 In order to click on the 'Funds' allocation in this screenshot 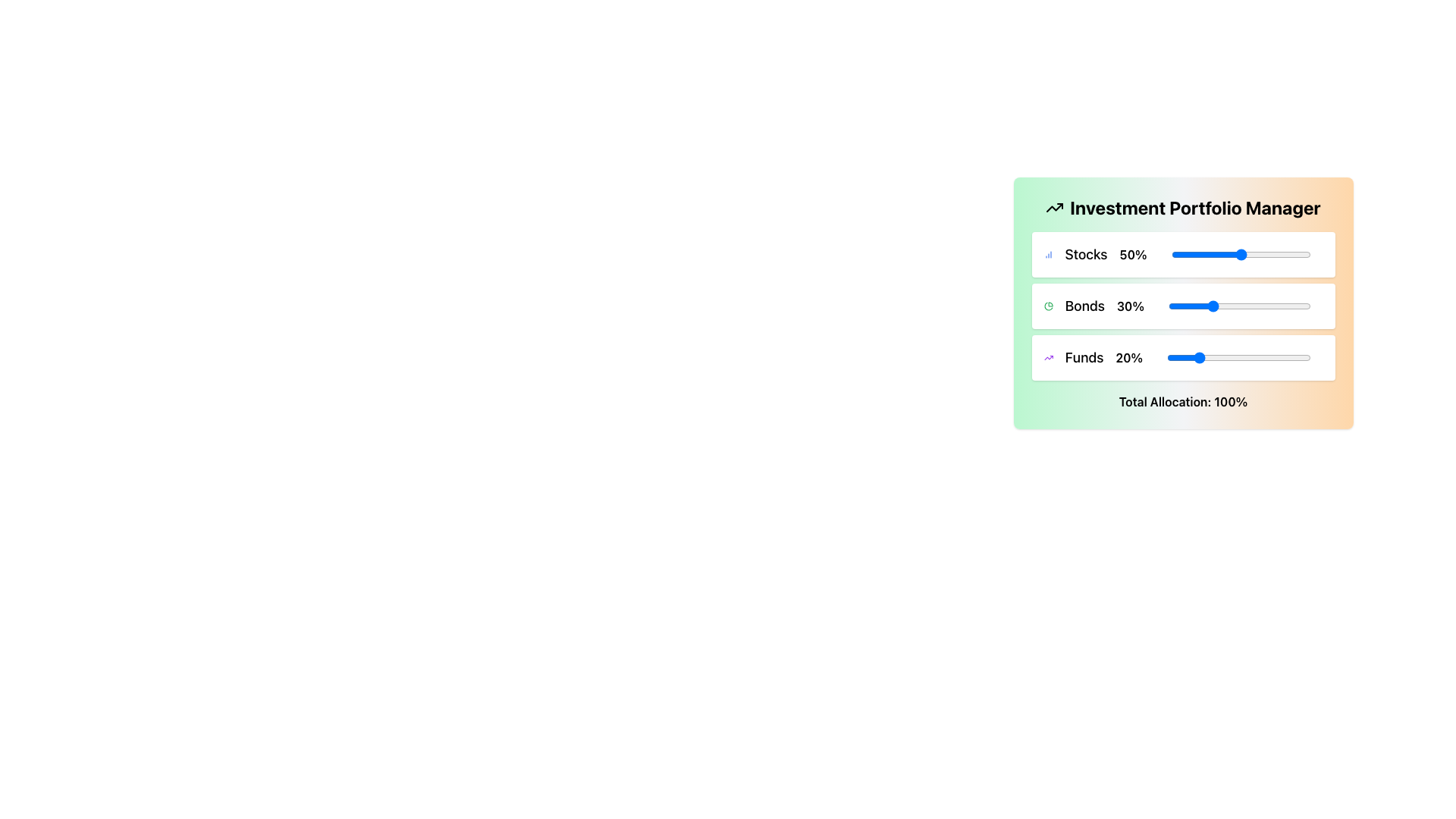, I will do `click(1266, 357)`.